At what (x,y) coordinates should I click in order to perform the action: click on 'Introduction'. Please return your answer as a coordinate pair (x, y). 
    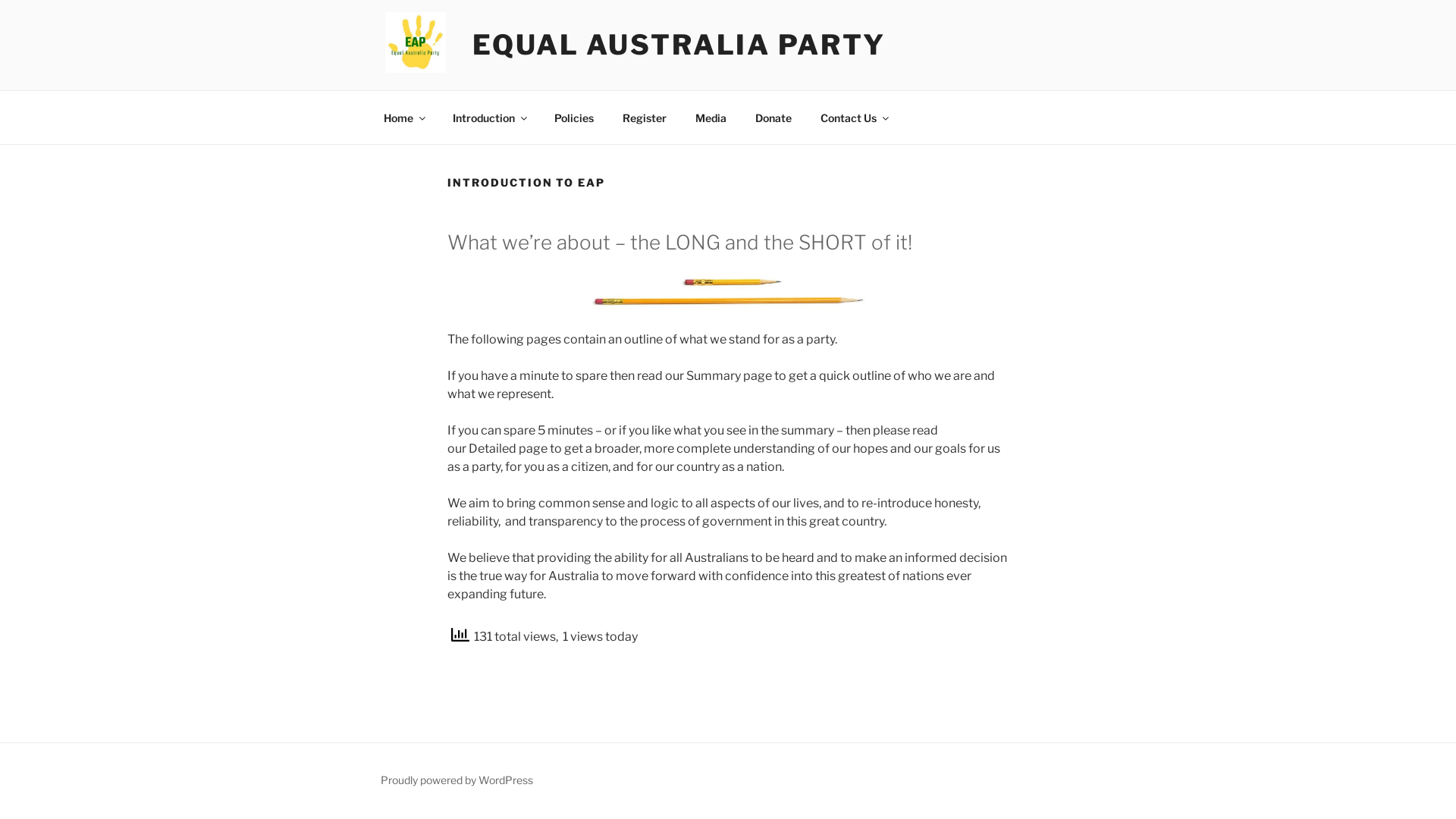
    Looking at the image, I should click on (488, 116).